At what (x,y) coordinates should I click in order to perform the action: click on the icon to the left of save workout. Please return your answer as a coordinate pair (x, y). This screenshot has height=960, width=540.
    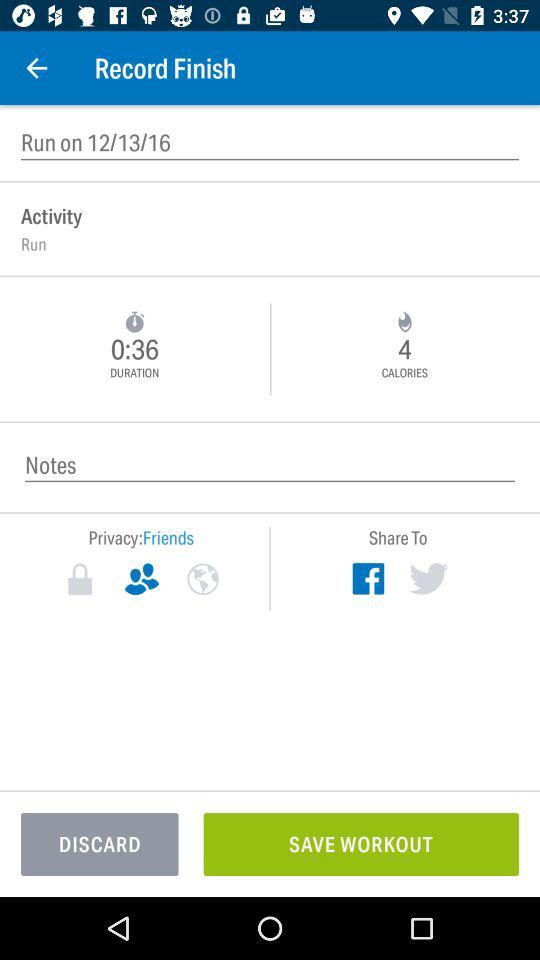
    Looking at the image, I should click on (98, 843).